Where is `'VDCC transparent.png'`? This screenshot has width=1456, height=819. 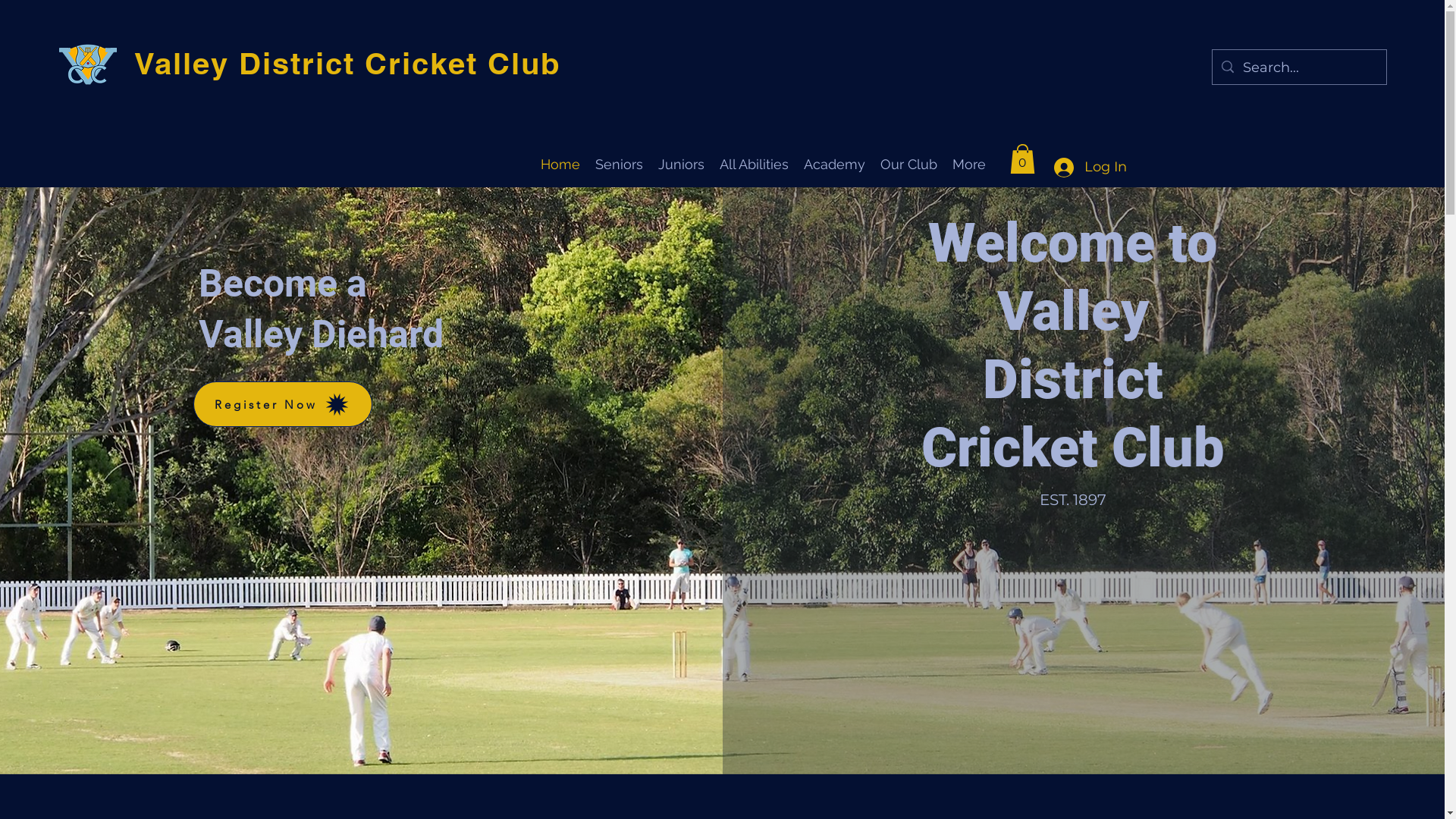
'VDCC transparent.png' is located at coordinates (58, 66).